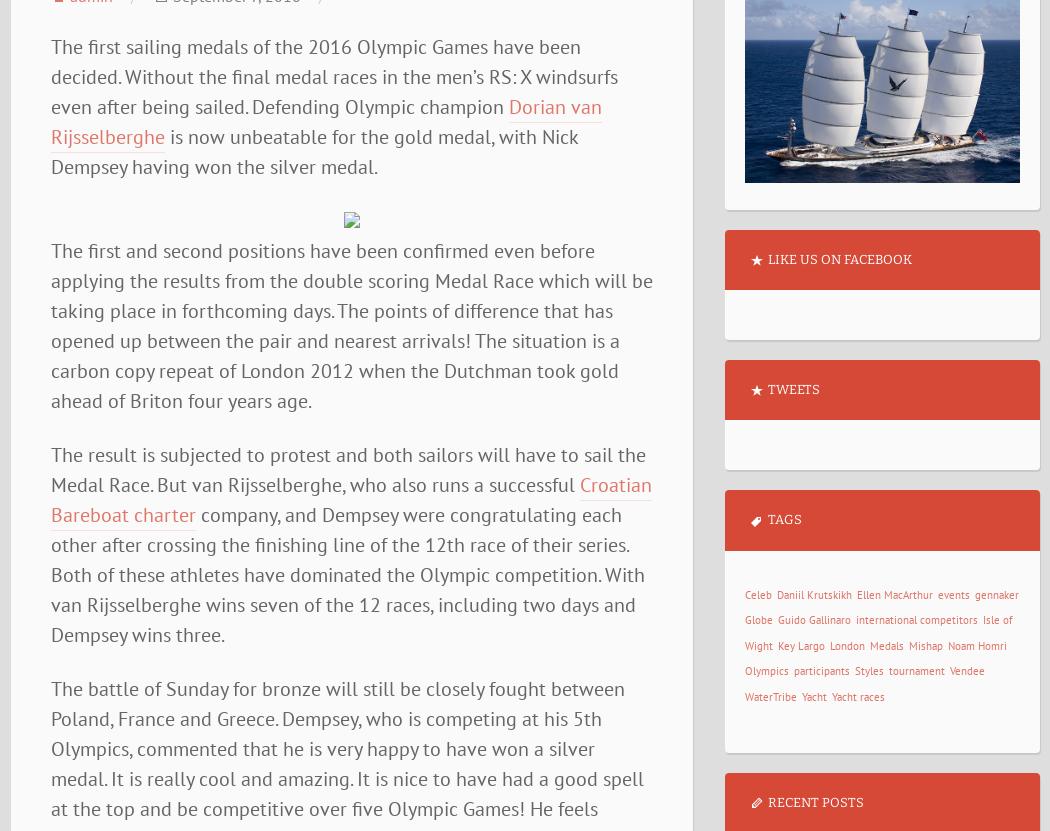 The width and height of the screenshot is (1050, 831). I want to click on 'Vendee', so click(965, 671).